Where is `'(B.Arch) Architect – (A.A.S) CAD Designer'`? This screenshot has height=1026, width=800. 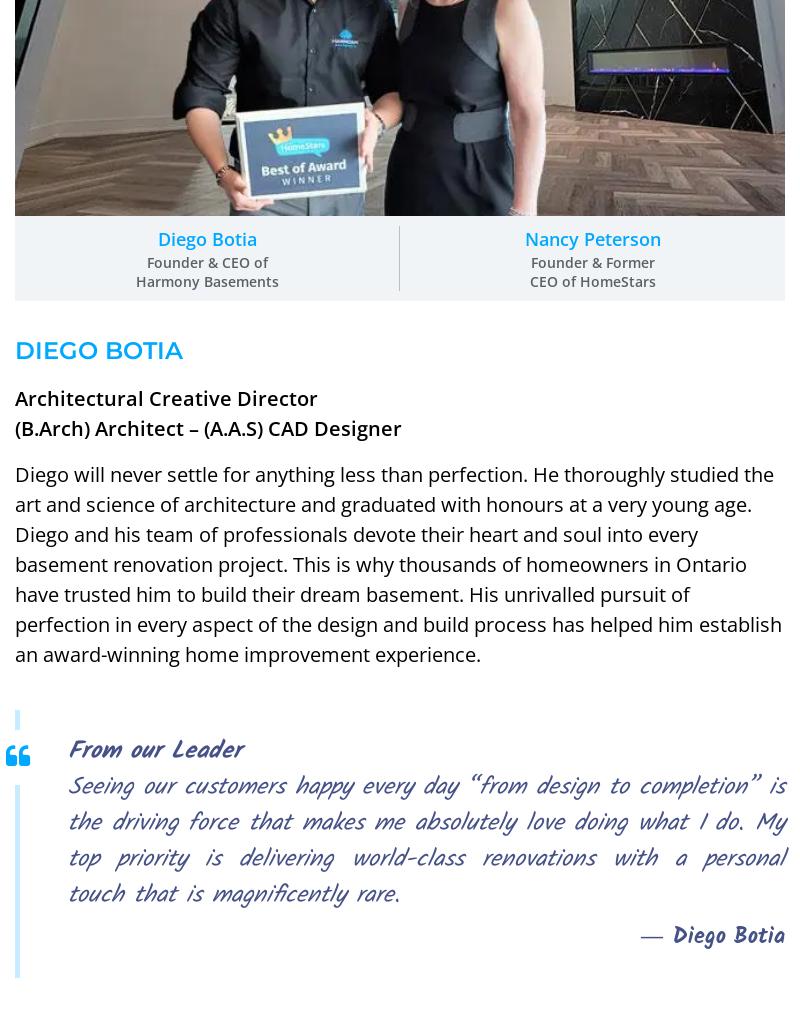
'(B.Arch) Architect – (A.A.S) CAD Designer' is located at coordinates (14, 427).